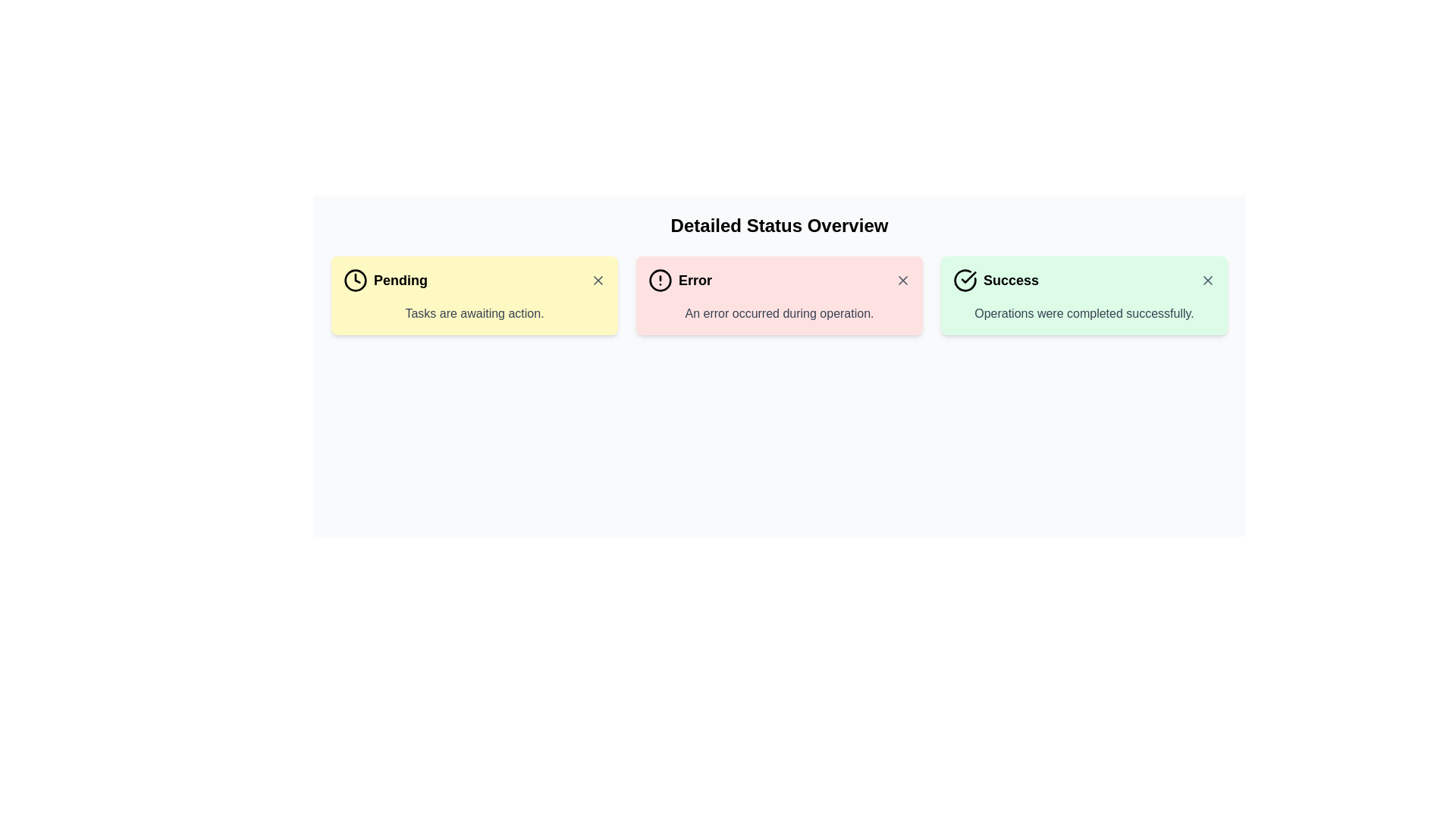 This screenshot has height=819, width=1456. What do you see at coordinates (400, 281) in the screenshot?
I see `text from the bold 'Pending' label, which is displayed on a light yellow background within the status card, slightly to the right of the clock icon` at bounding box center [400, 281].